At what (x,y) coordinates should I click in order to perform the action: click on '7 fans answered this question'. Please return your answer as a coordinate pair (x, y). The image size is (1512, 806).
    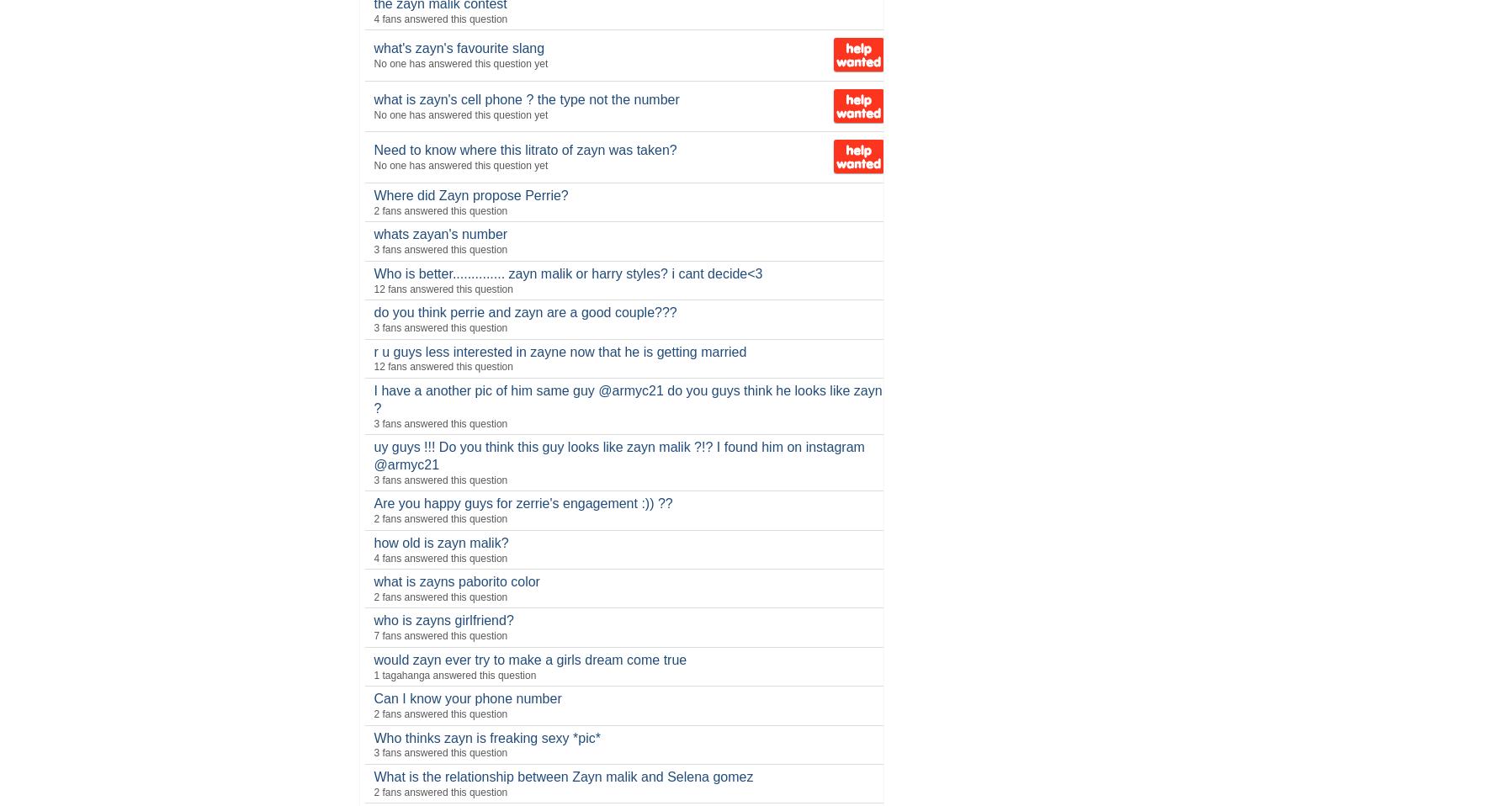
    Looking at the image, I should click on (439, 635).